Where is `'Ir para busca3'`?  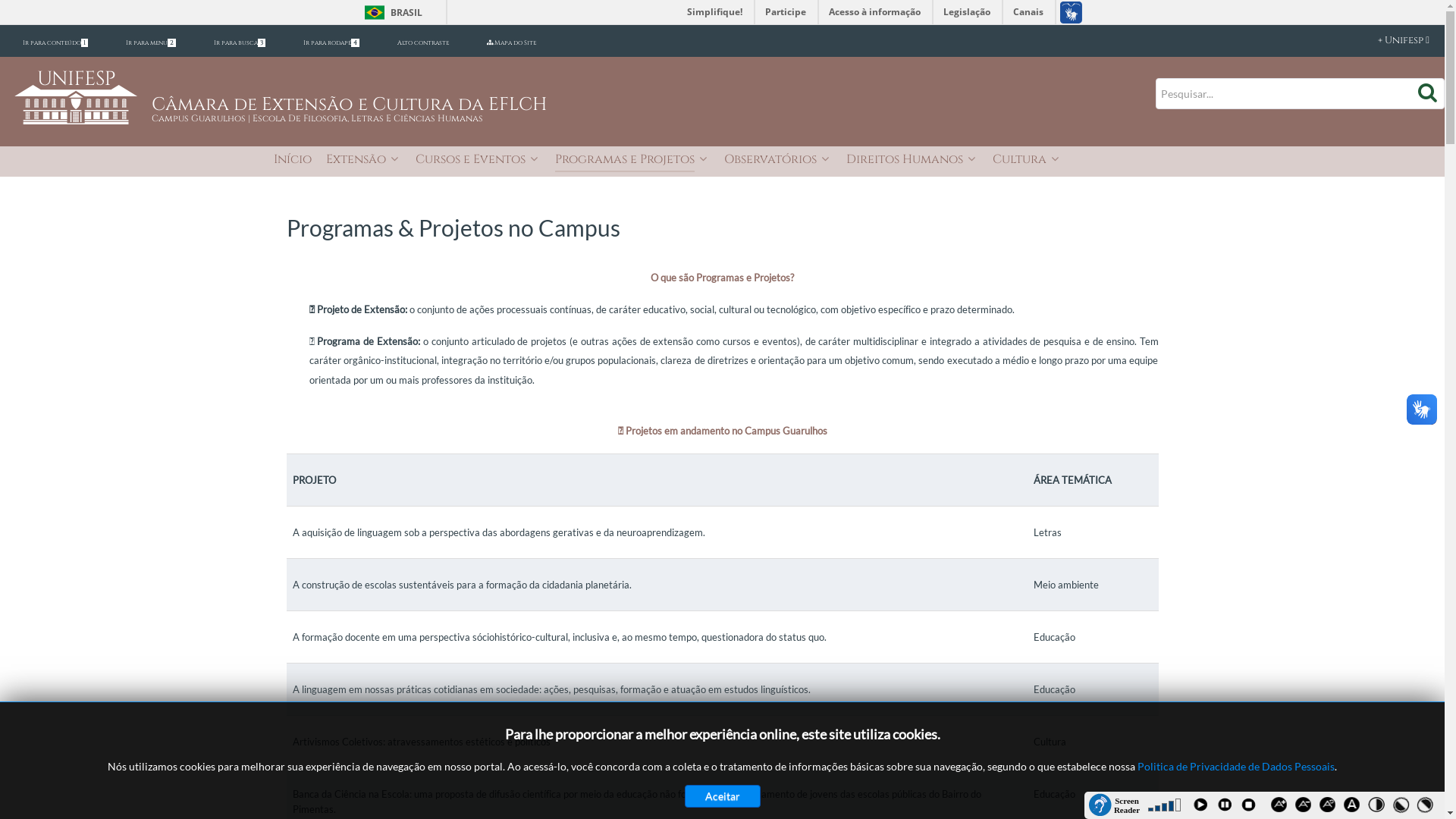
'Ir para busca3' is located at coordinates (239, 42).